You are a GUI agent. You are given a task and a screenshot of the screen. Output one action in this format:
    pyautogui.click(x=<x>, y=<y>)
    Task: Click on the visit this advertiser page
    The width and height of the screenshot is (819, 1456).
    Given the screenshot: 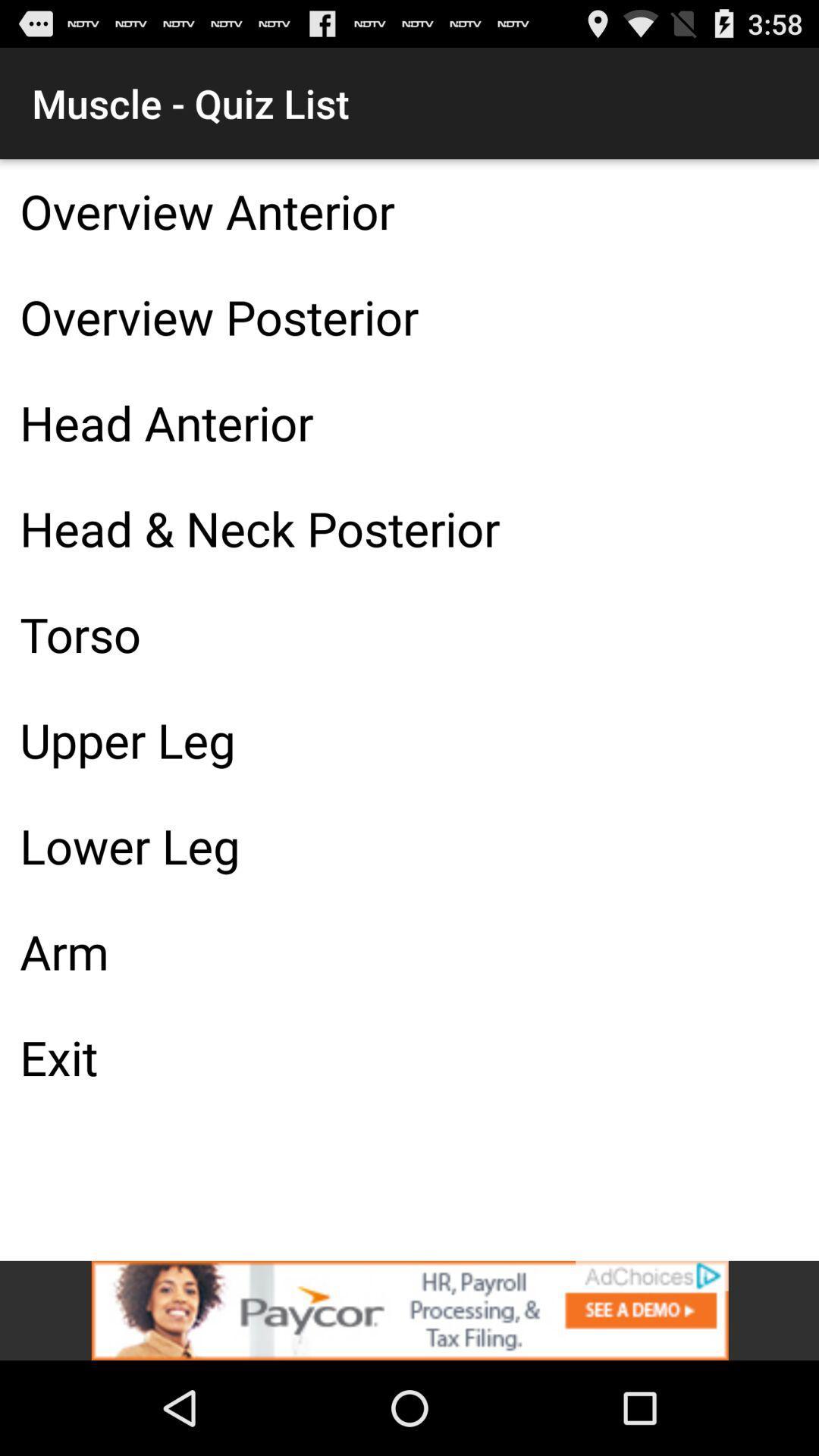 What is the action you would take?
    pyautogui.click(x=409, y=1310)
    